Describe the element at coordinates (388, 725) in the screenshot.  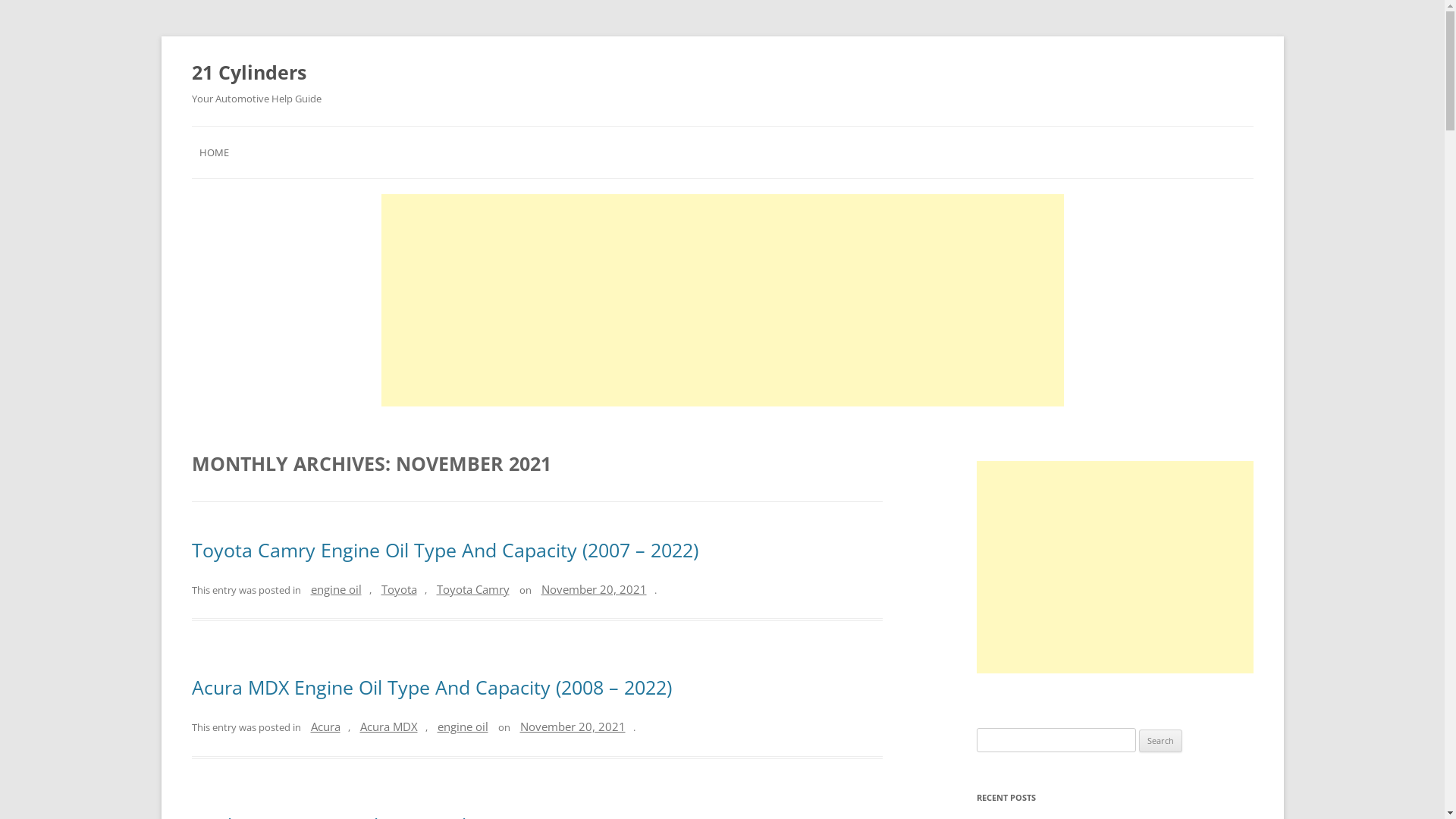
I see `'Acura MDX'` at that location.